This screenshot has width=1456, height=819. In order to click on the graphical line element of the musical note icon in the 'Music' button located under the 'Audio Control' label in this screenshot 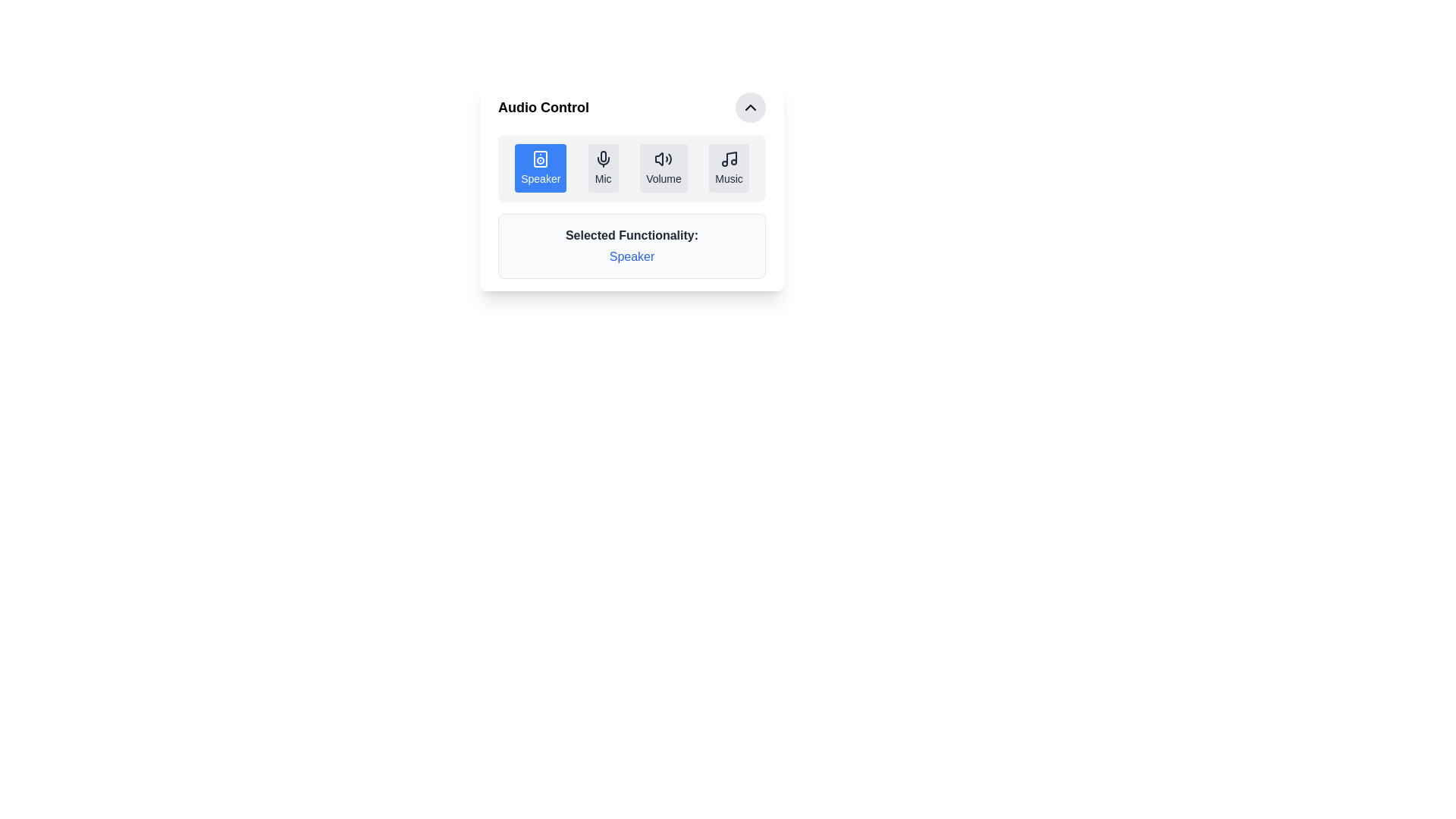, I will do `click(731, 158)`.